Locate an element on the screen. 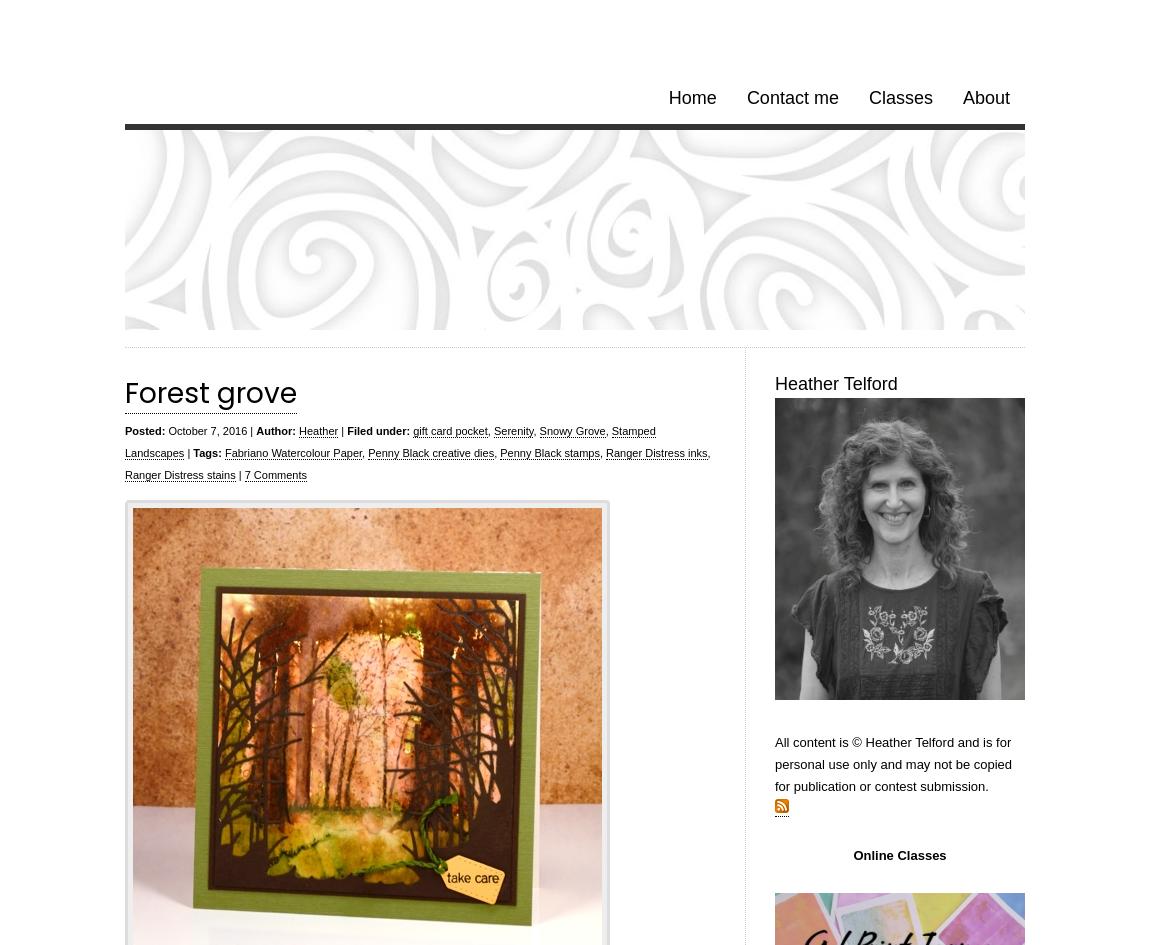 Image resolution: width=1150 pixels, height=945 pixels. 'Ranger Distress inks' is located at coordinates (605, 453).